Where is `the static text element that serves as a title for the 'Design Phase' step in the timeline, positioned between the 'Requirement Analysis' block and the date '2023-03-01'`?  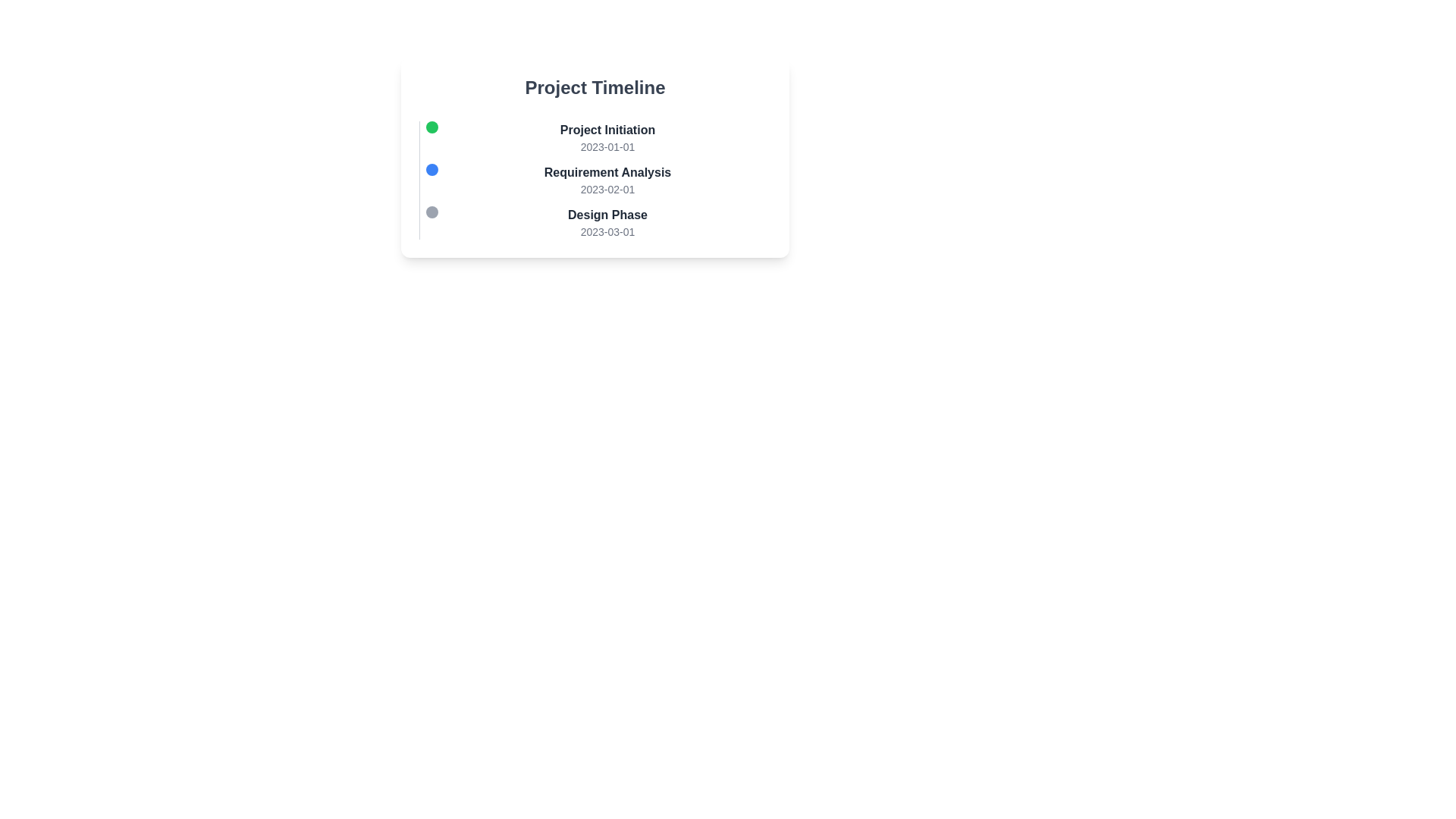 the static text element that serves as a title for the 'Design Phase' step in the timeline, positioned between the 'Requirement Analysis' block and the date '2023-03-01' is located at coordinates (607, 215).